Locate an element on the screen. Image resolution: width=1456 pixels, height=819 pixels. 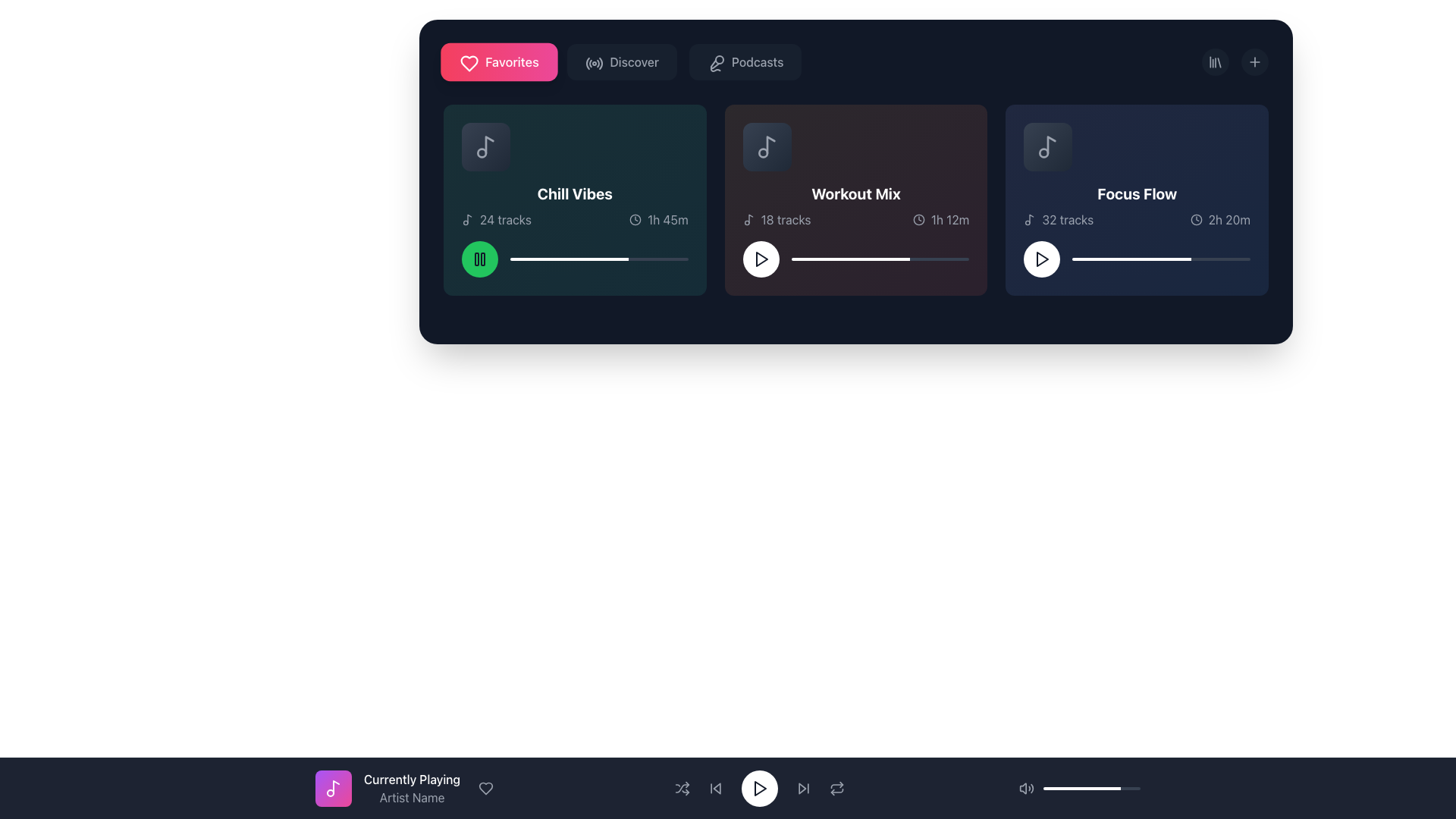
the slider is located at coordinates (537, 259).